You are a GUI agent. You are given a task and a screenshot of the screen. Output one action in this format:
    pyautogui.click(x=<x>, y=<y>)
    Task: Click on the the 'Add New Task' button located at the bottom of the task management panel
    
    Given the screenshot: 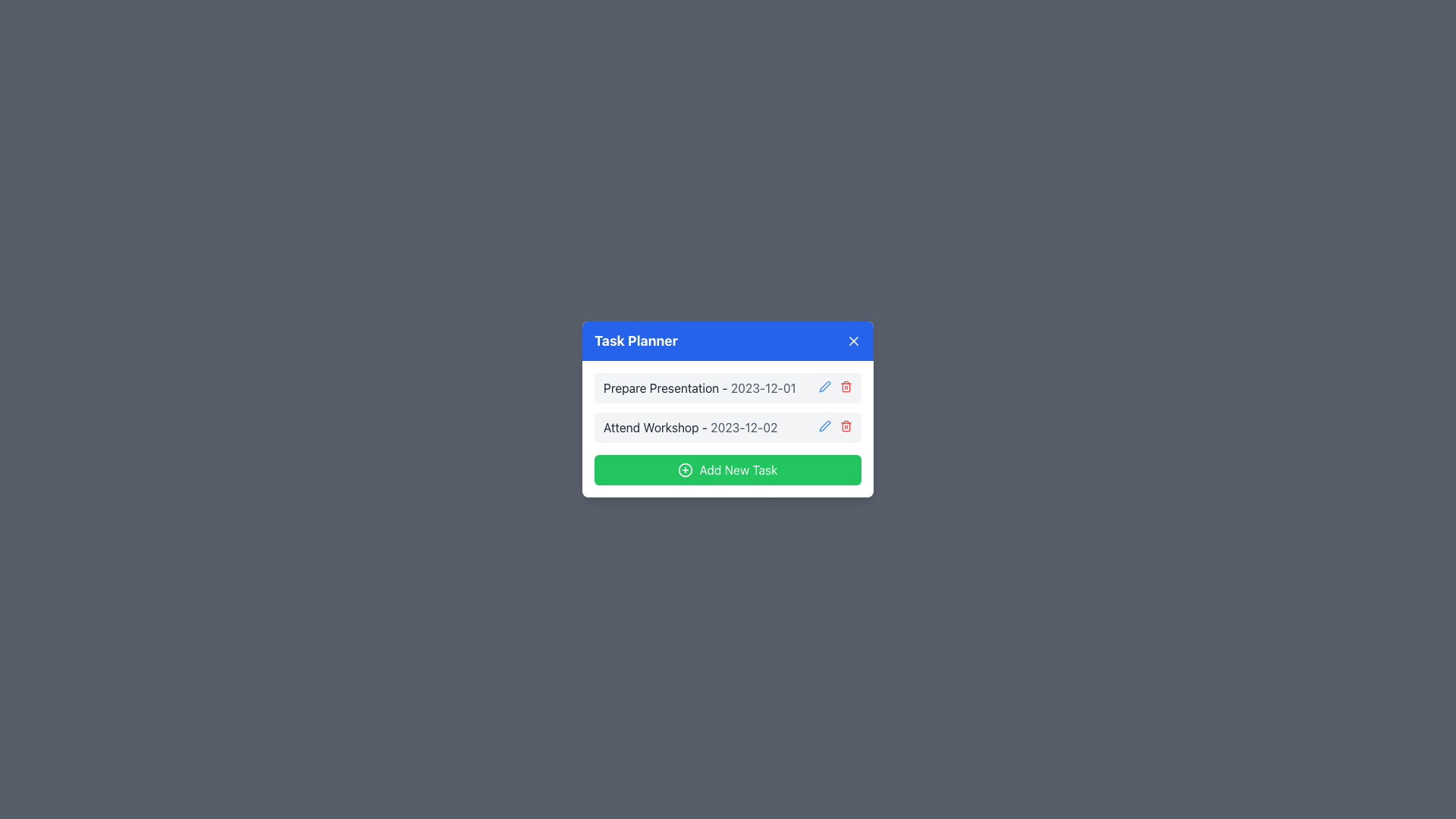 What is the action you would take?
    pyautogui.click(x=728, y=469)
    